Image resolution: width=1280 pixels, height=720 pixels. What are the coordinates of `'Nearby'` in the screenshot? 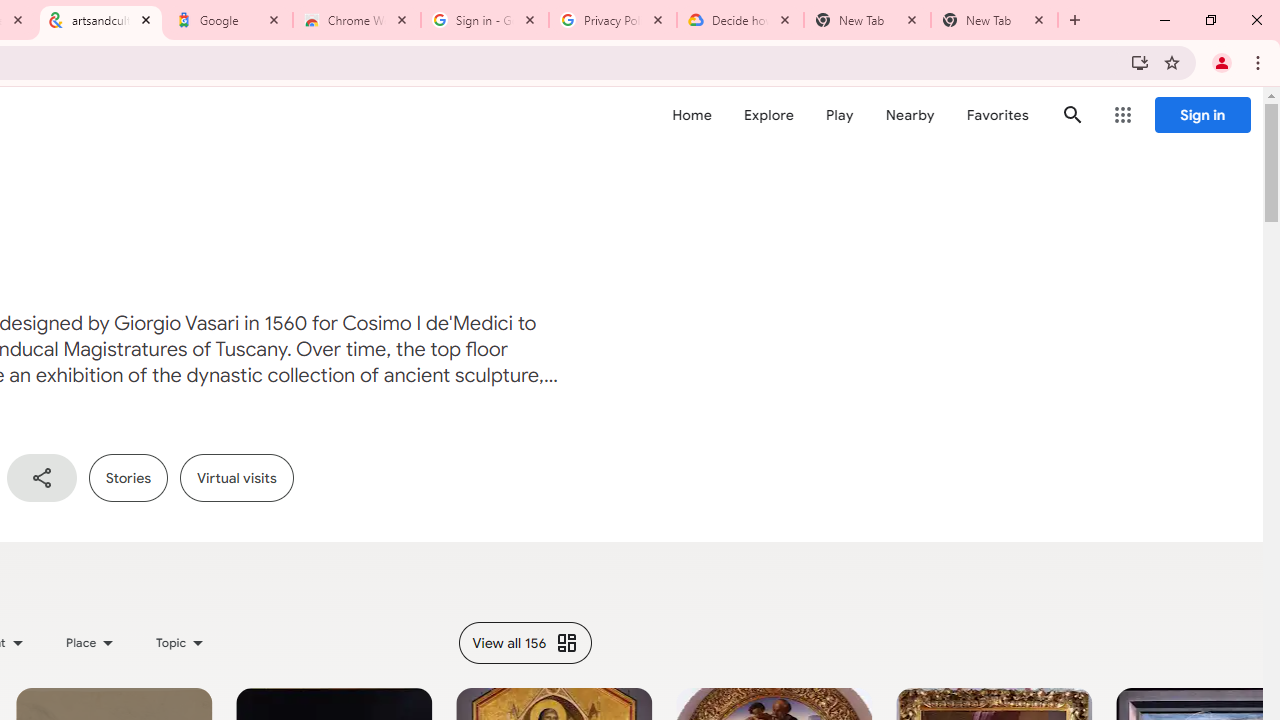 It's located at (909, 115).